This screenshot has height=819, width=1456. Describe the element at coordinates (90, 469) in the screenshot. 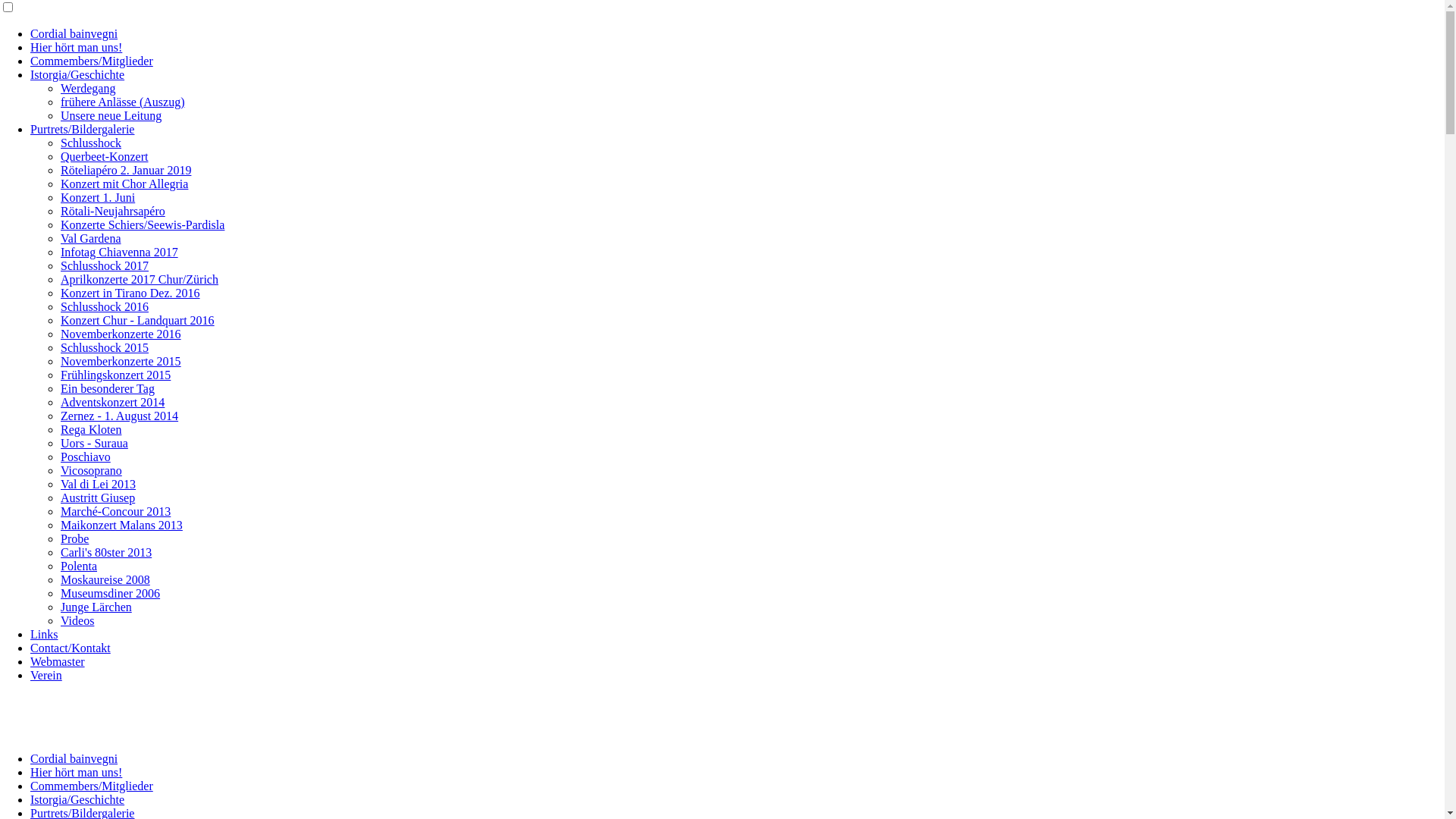

I see `'Vicosoprano'` at that location.